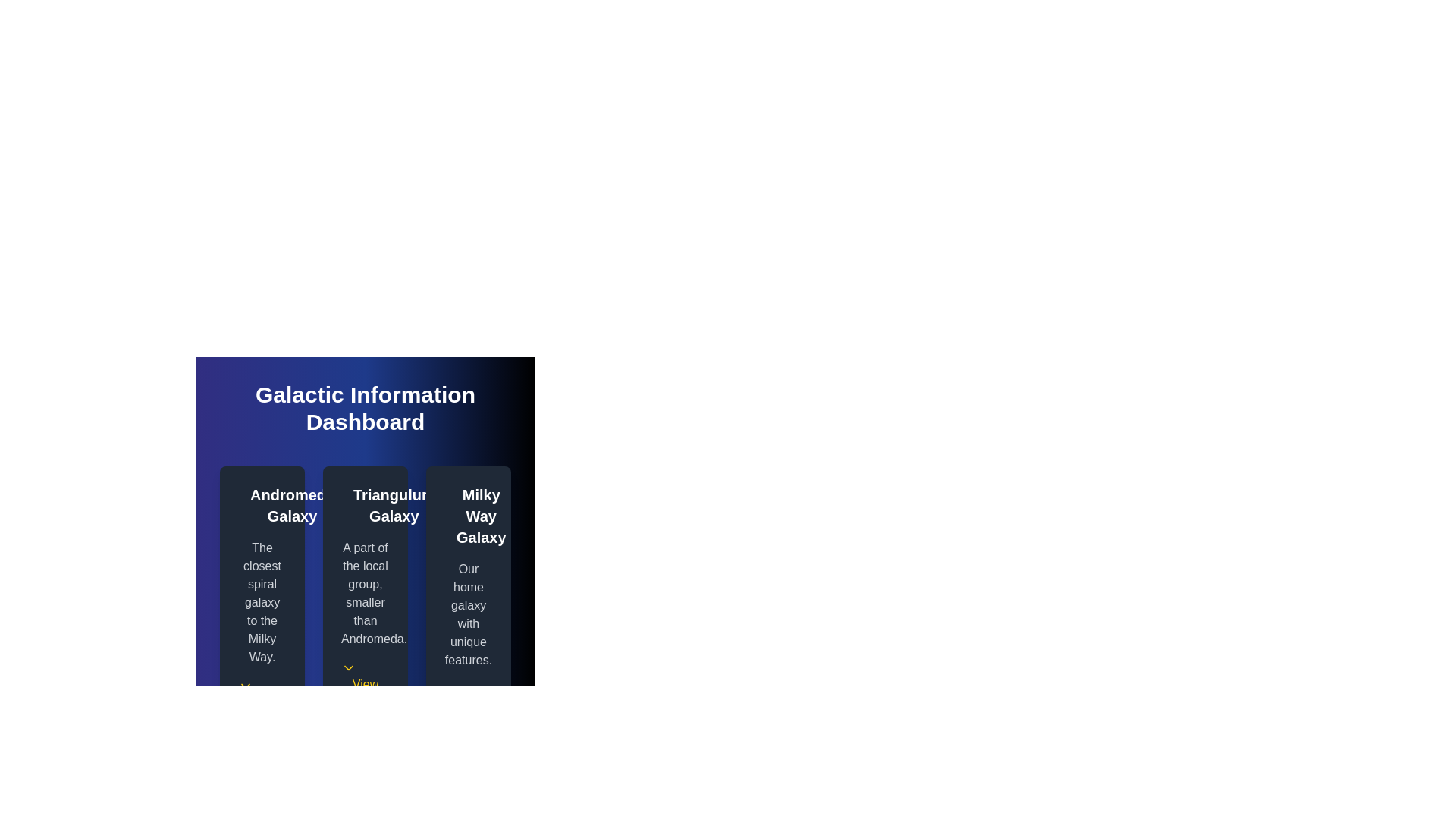  I want to click on the Informational card titled 'Triangulum Galaxy', which features a dark gray background, rounded corners, and a golden 'View Details' link at the bottom, so click(365, 607).